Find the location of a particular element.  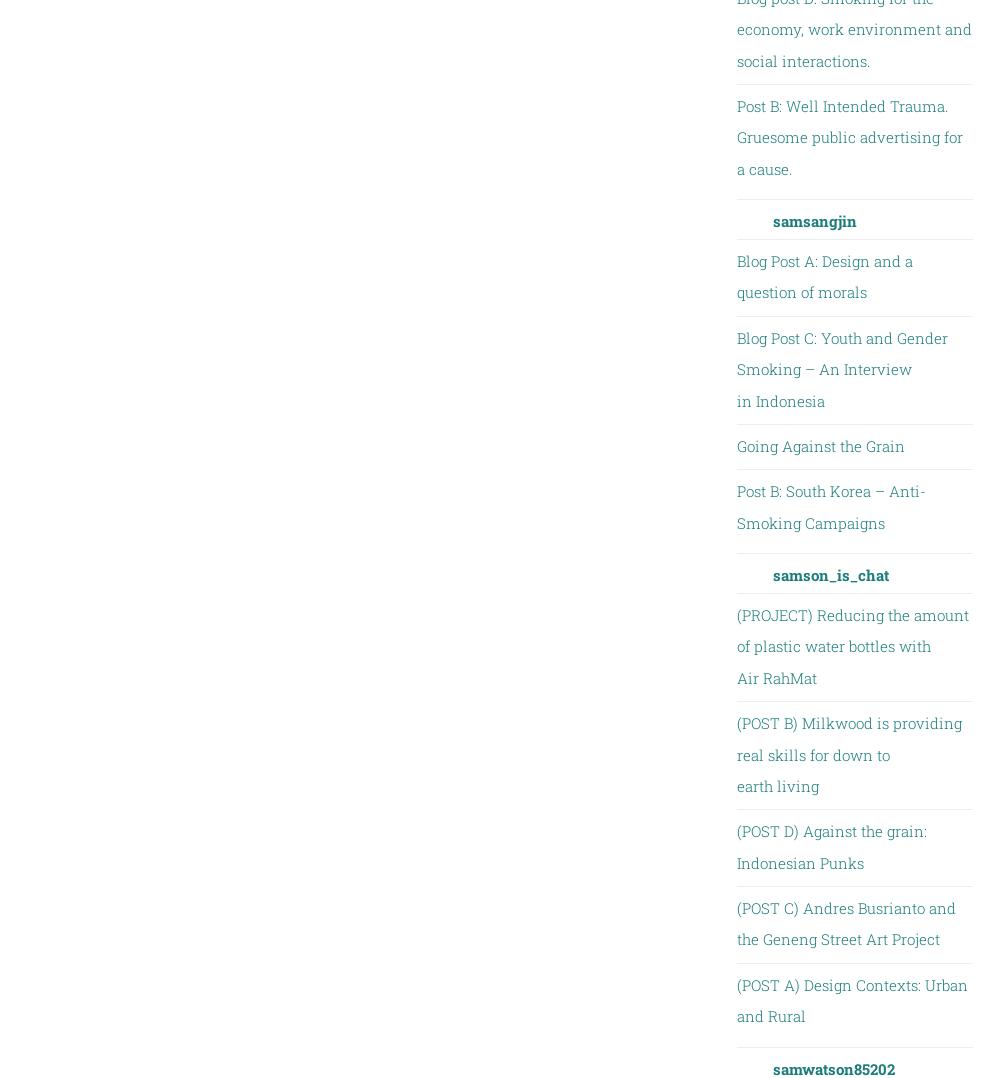

'Post B: Well Intended Trauma. Gruesome public advertising for a cause.' is located at coordinates (848, 136).